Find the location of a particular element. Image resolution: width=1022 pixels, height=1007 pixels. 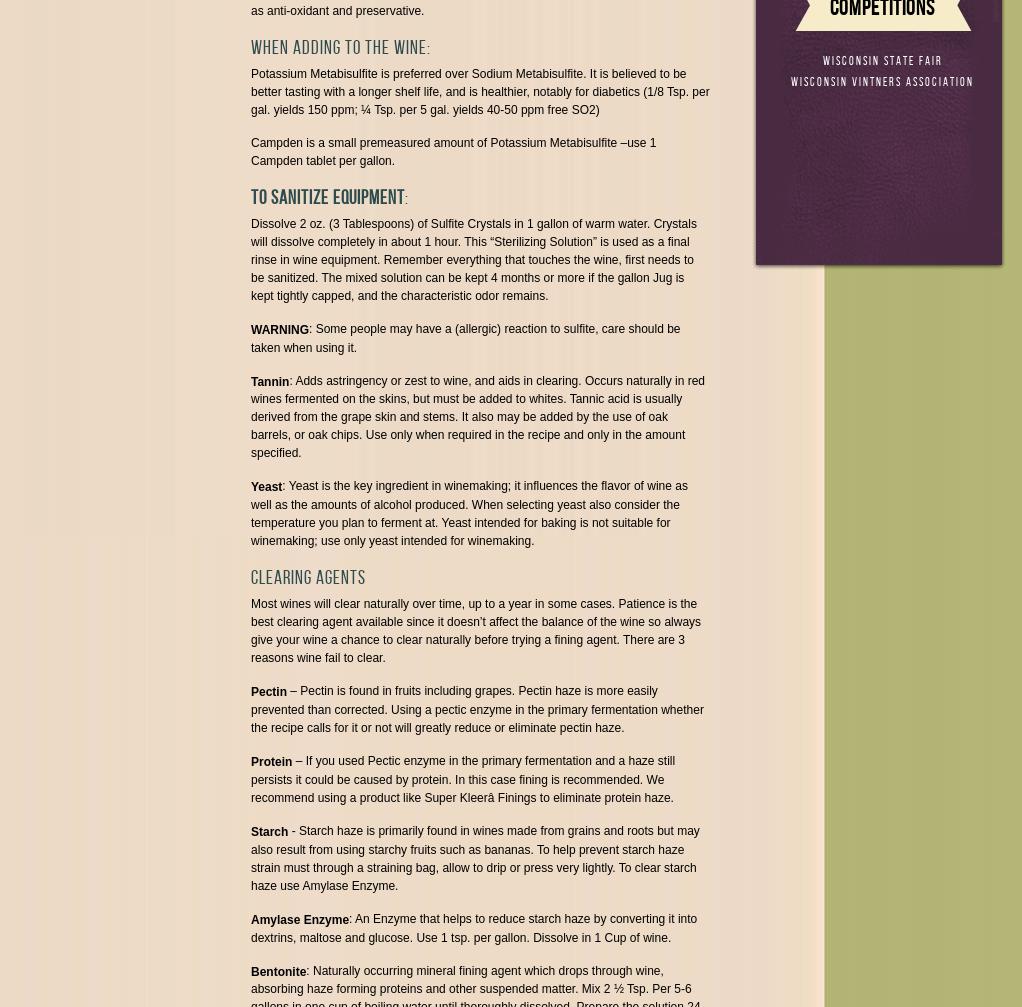

'Wisconsin Vintners Association' is located at coordinates (791, 80).